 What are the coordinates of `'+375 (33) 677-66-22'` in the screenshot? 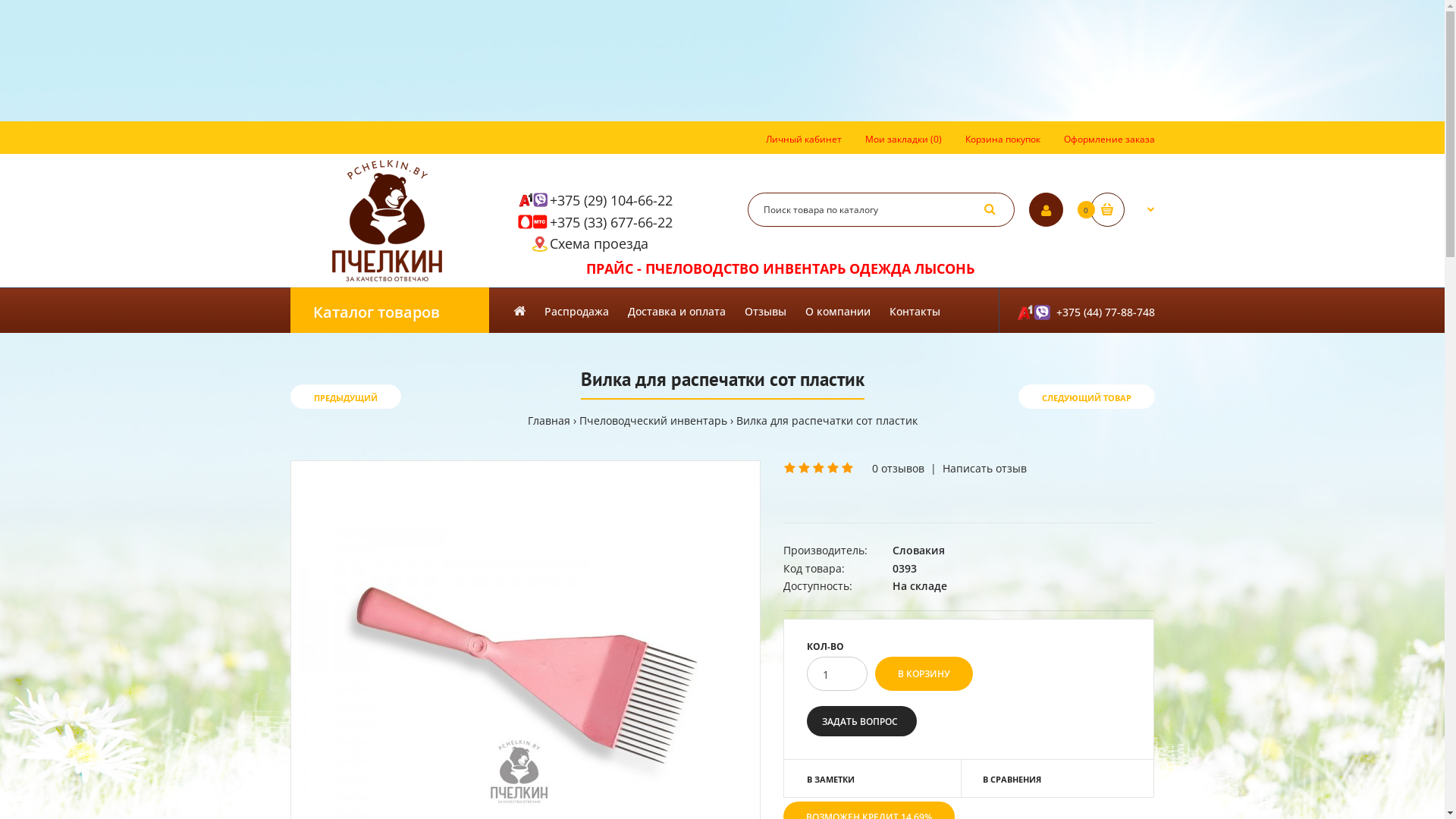 It's located at (610, 222).